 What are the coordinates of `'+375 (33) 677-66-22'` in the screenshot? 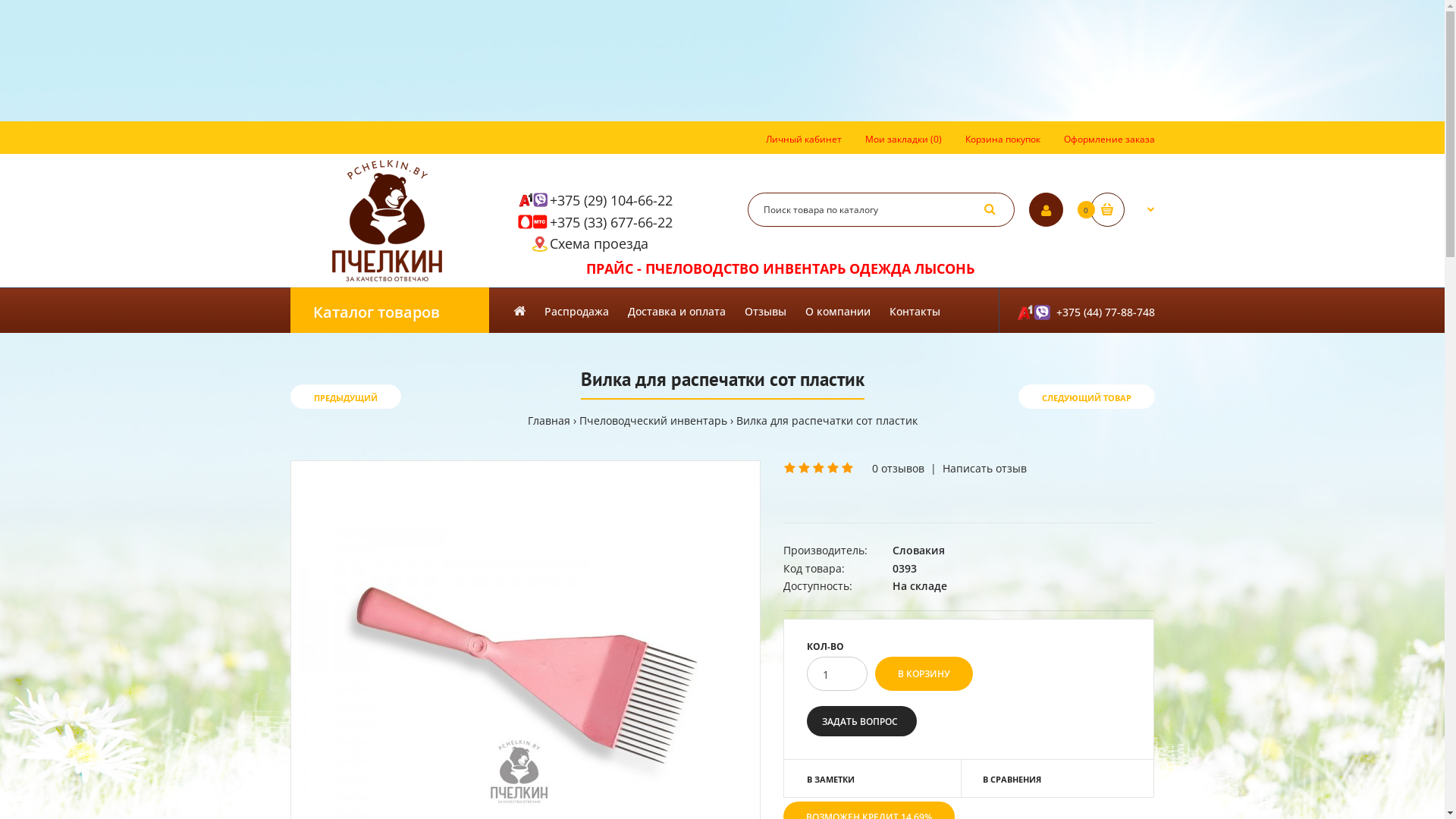 It's located at (610, 222).